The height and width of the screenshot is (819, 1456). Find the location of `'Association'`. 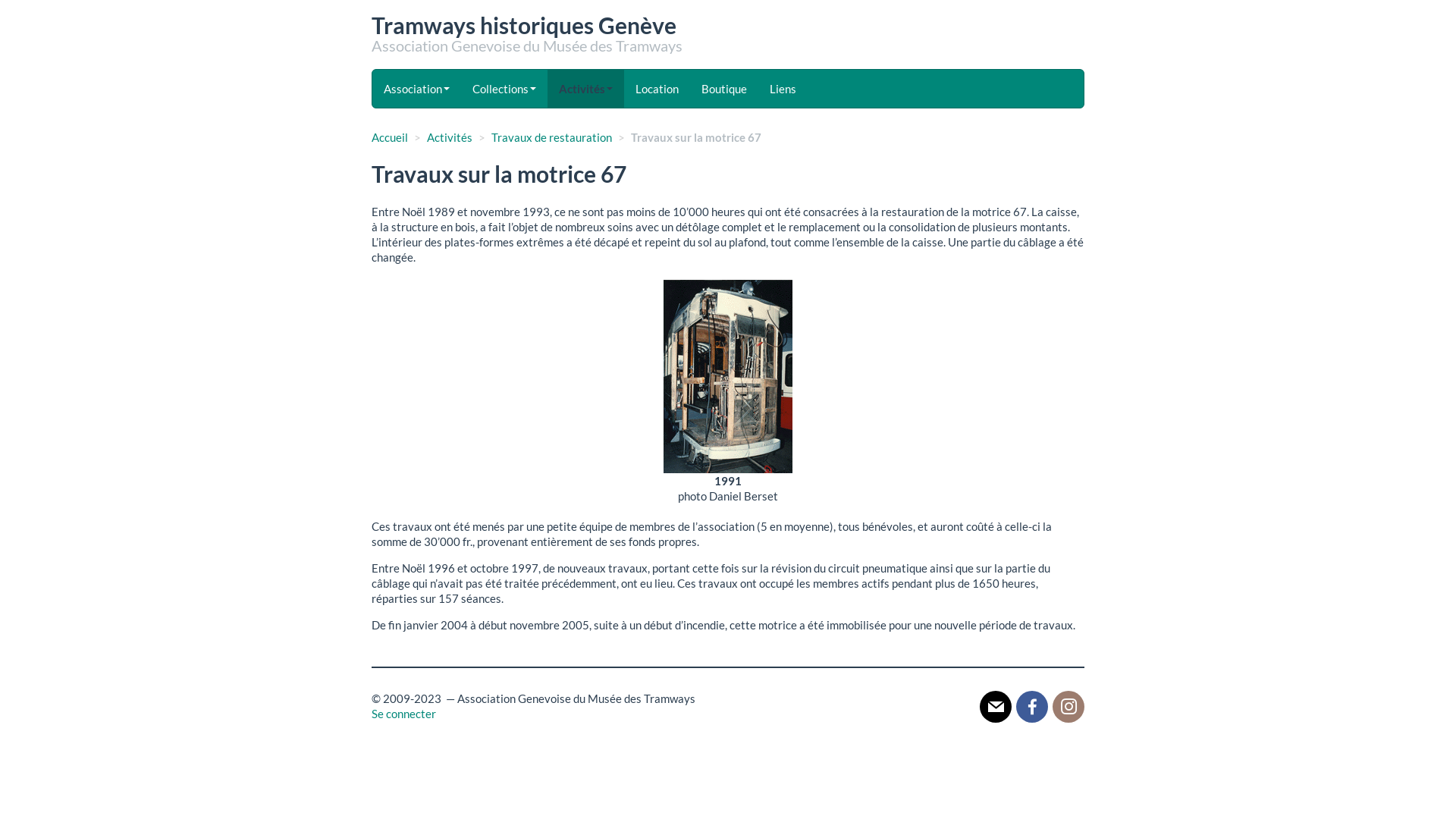

'Association' is located at coordinates (416, 88).